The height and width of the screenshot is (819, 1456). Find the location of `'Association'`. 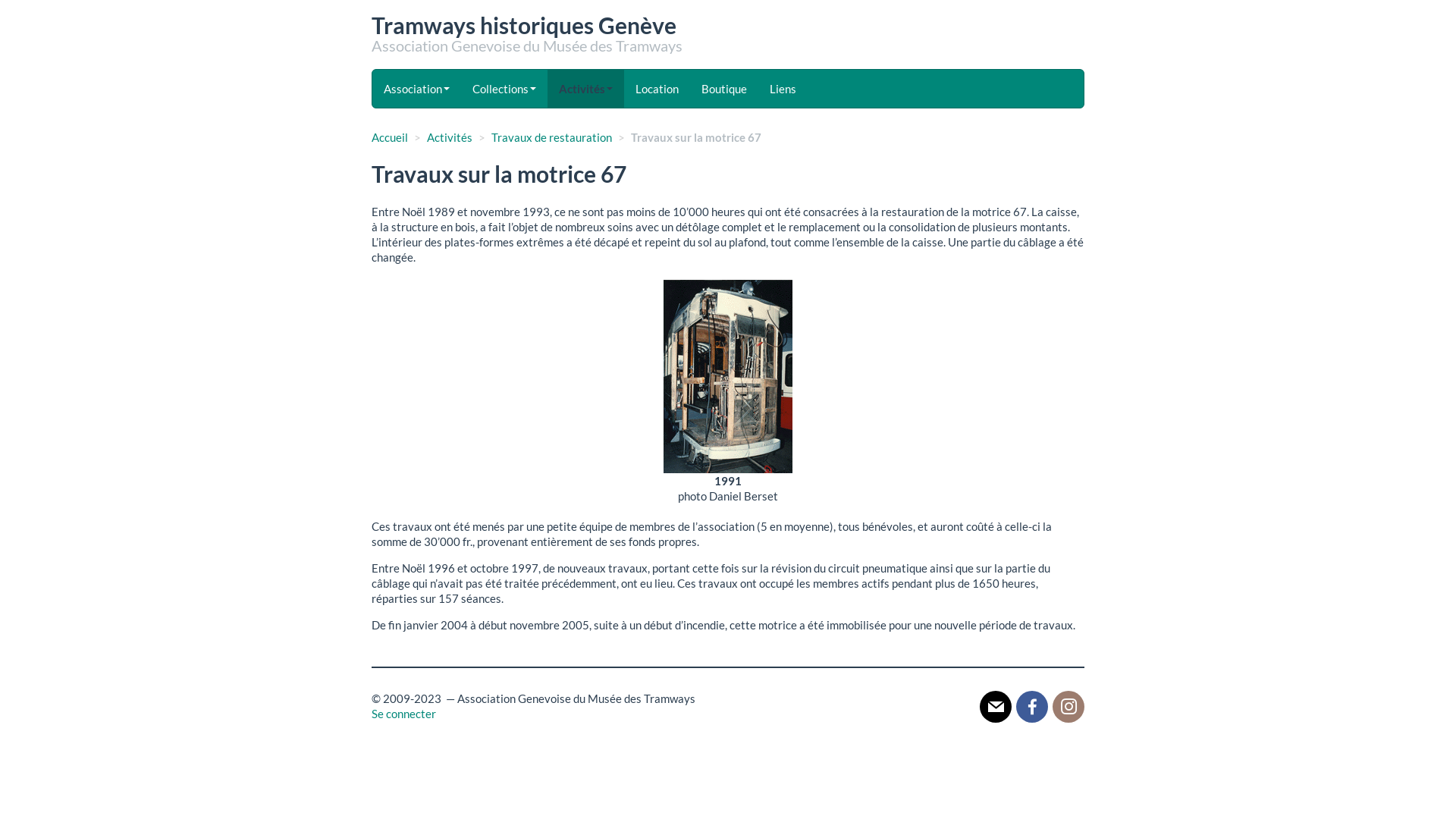

'Association' is located at coordinates (416, 88).